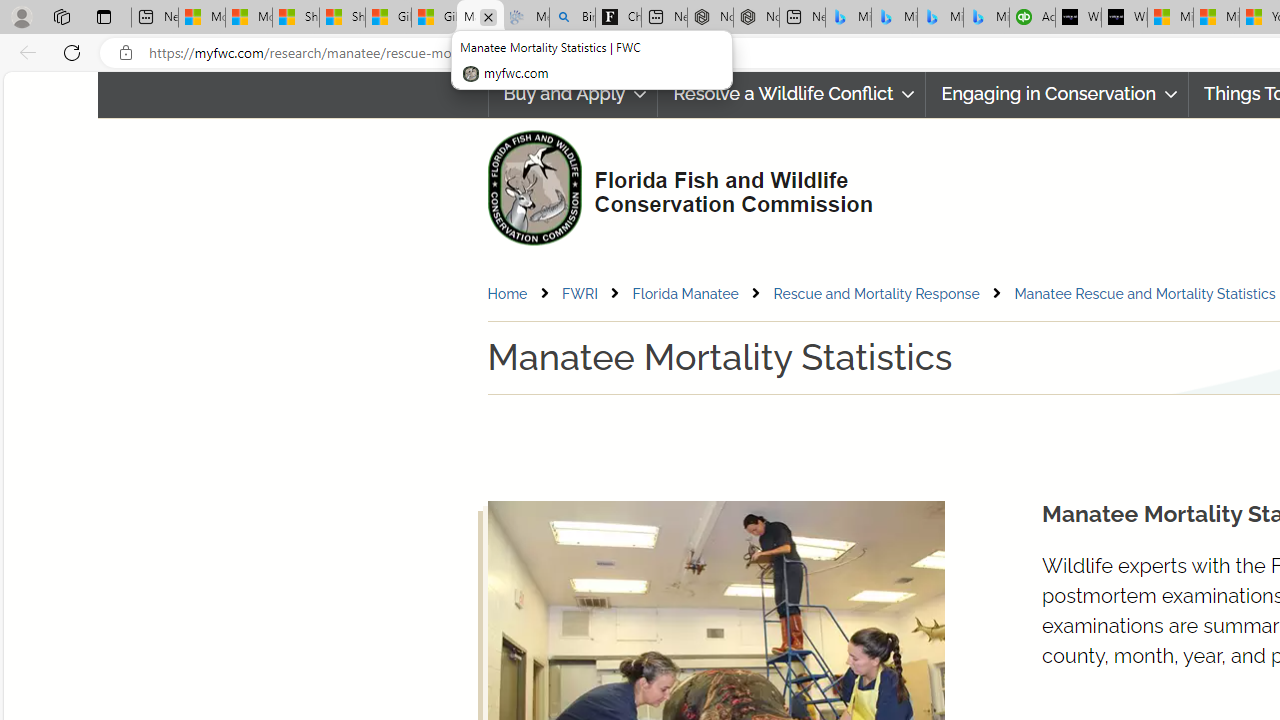 Image resolution: width=1280 pixels, height=720 pixels. Describe the element at coordinates (790, 94) in the screenshot. I see `'Resolve a Wildlife Conflict'` at that location.